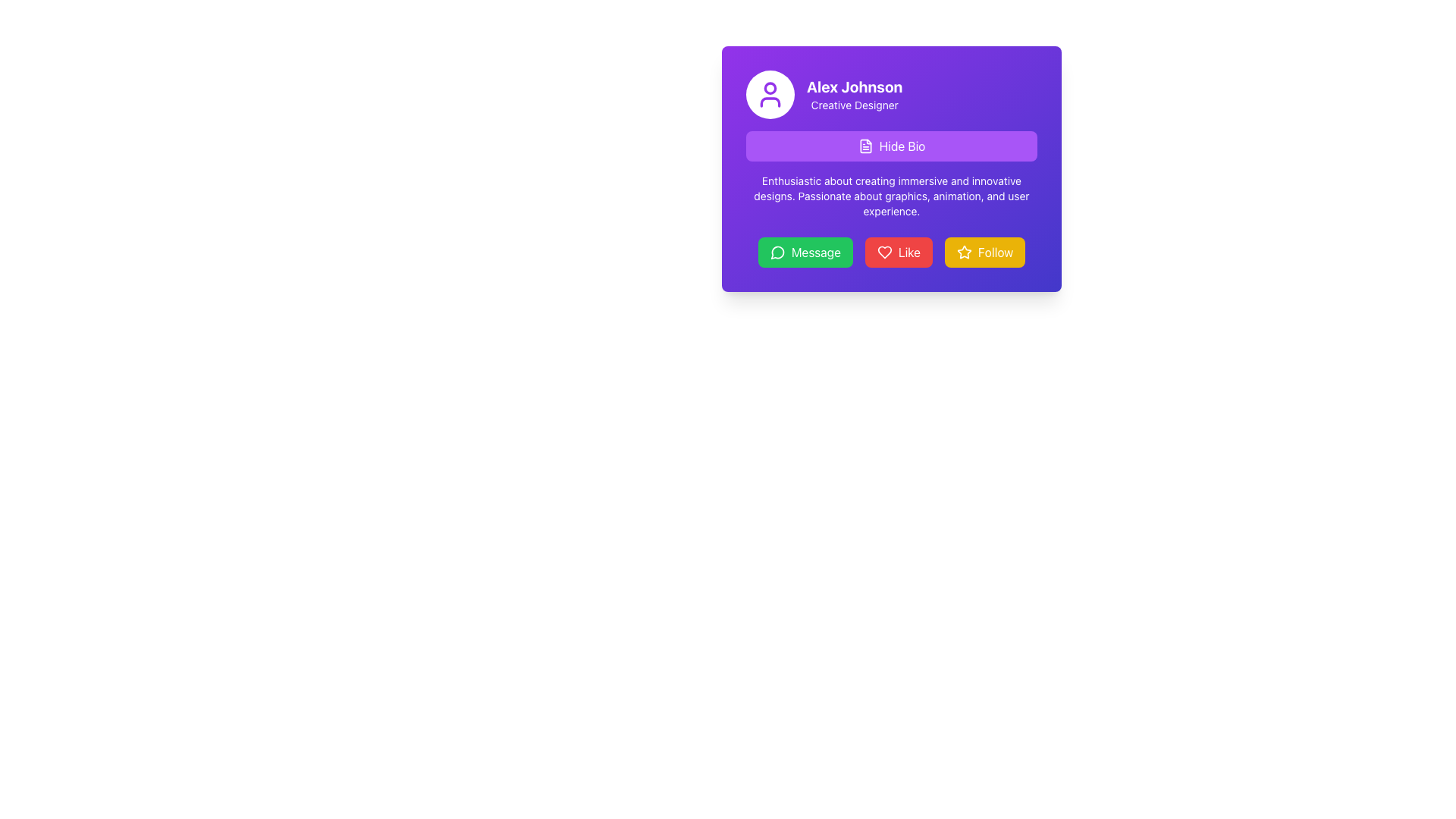  I want to click on the icon within the 'Message' button, which is the leftmost button in a row of three buttons at the bottom of the purple card interface, so click(777, 251).